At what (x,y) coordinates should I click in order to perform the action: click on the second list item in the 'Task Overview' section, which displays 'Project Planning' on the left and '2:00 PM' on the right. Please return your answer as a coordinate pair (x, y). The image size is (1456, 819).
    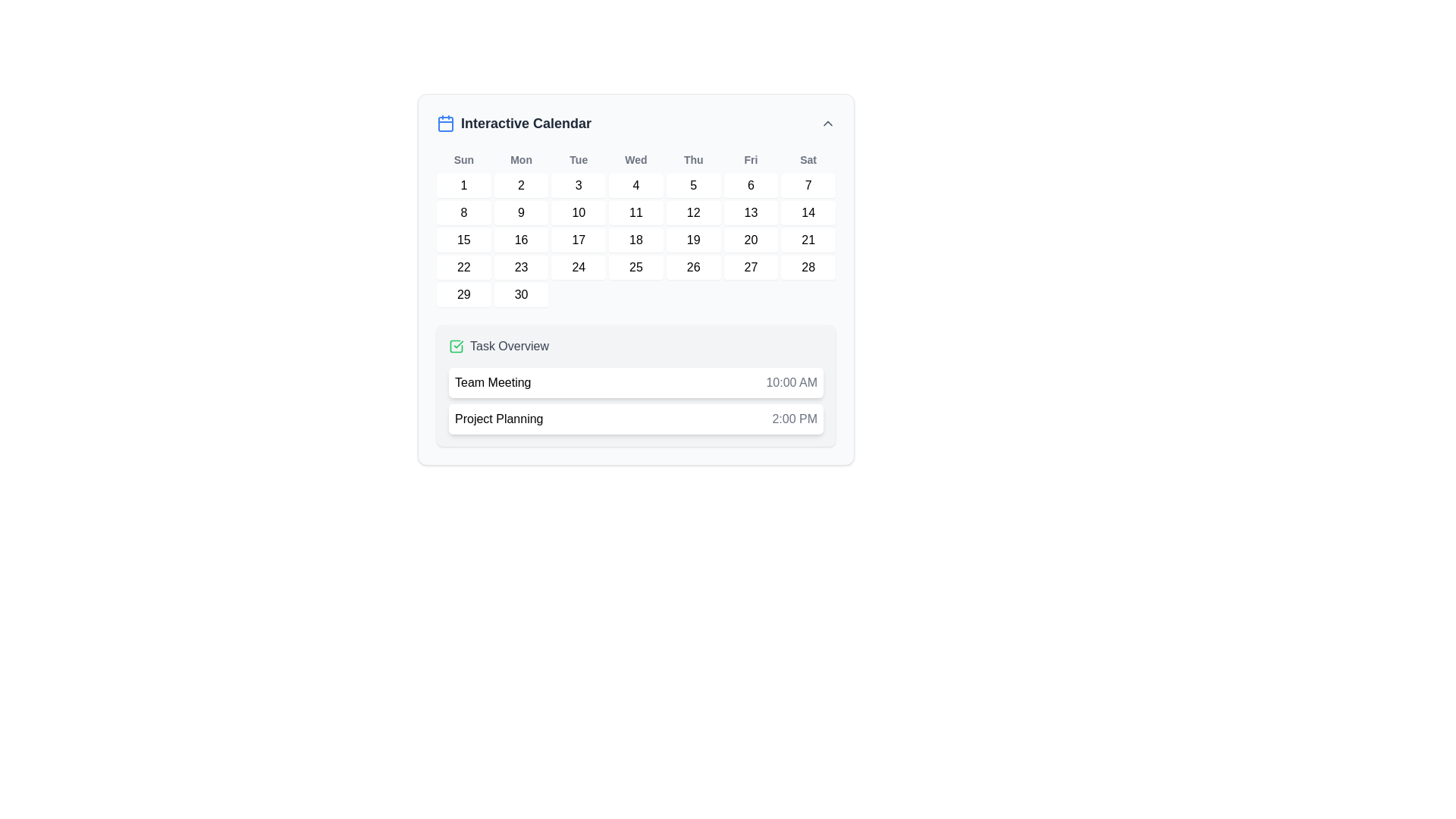
    Looking at the image, I should click on (636, 419).